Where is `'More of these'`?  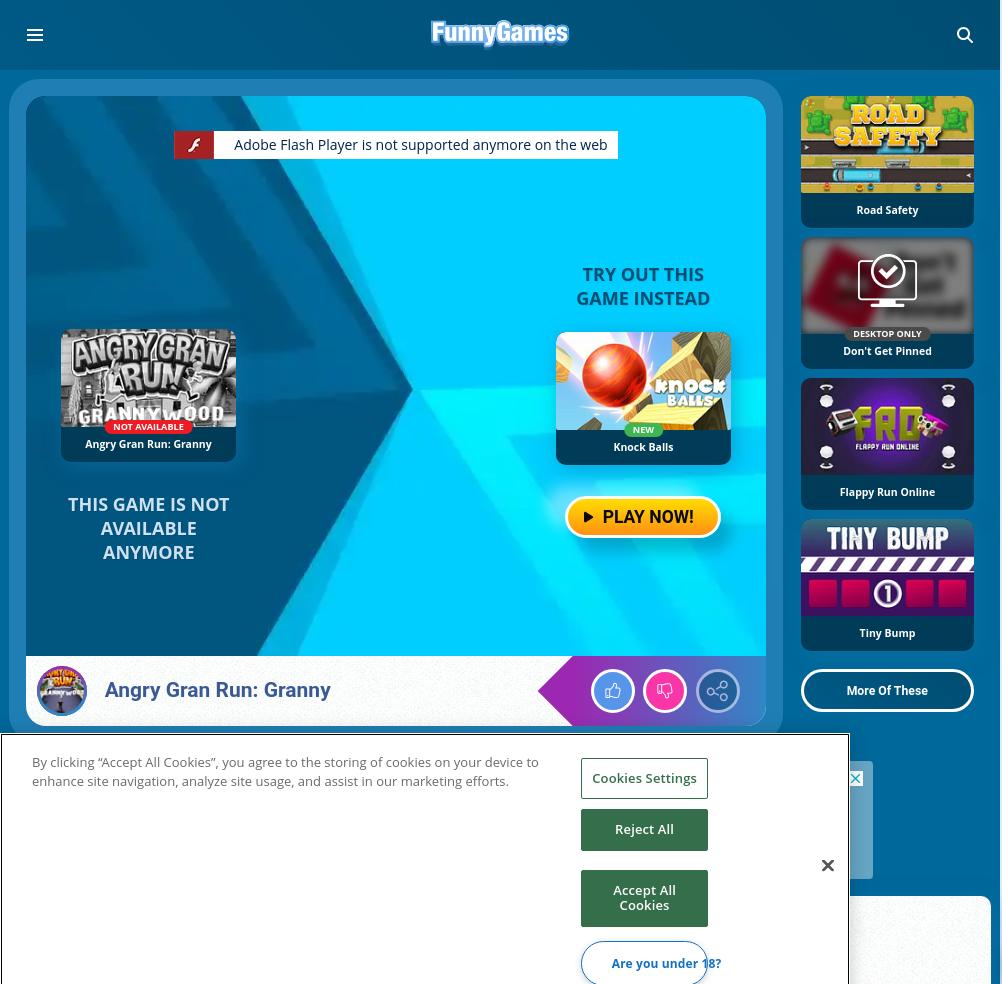 'More of these' is located at coordinates (886, 689).